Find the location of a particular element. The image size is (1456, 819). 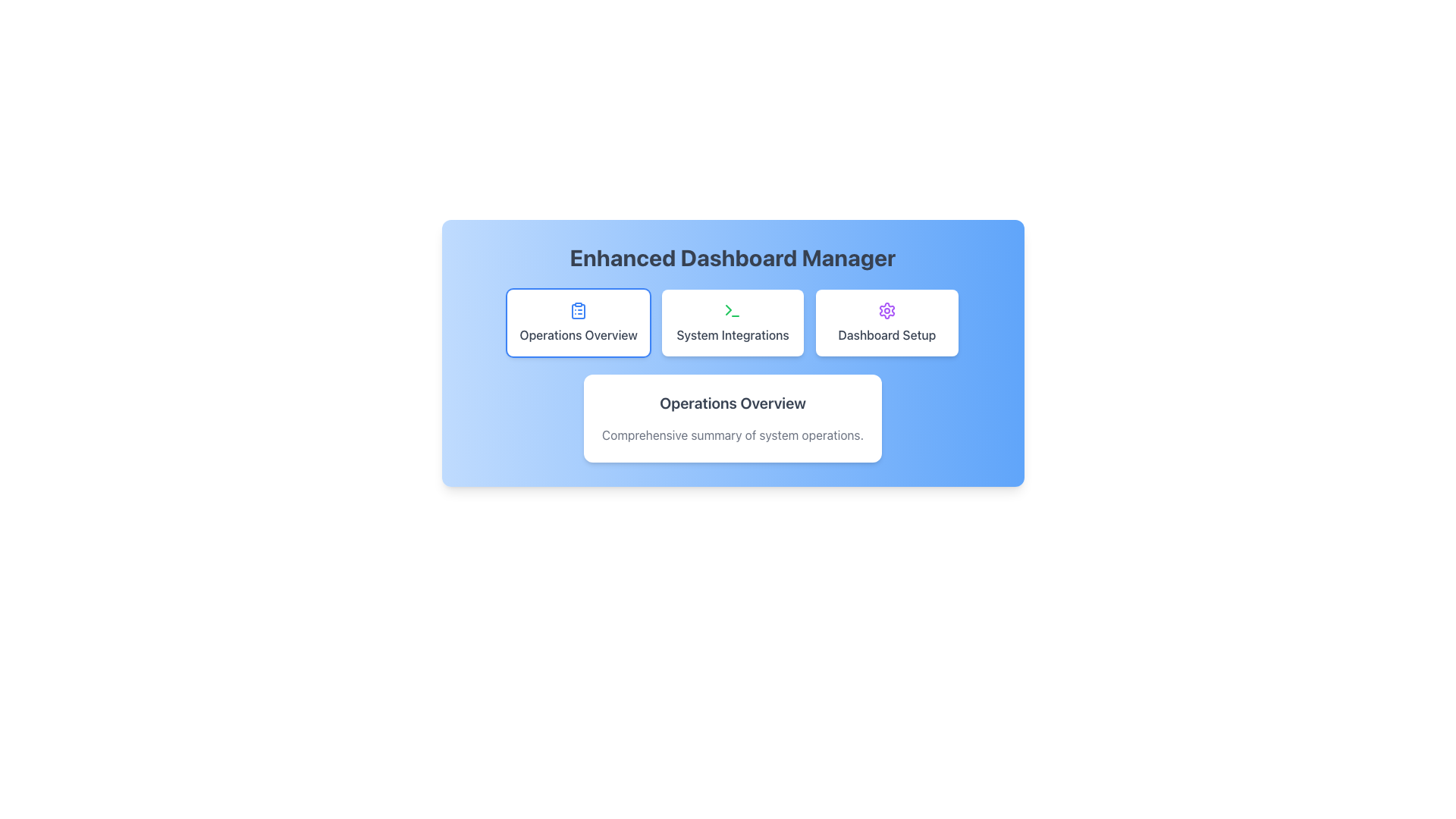

the 'Operations Overview' icon located at the top center of the 'Operations Overview' card is located at coordinates (578, 309).